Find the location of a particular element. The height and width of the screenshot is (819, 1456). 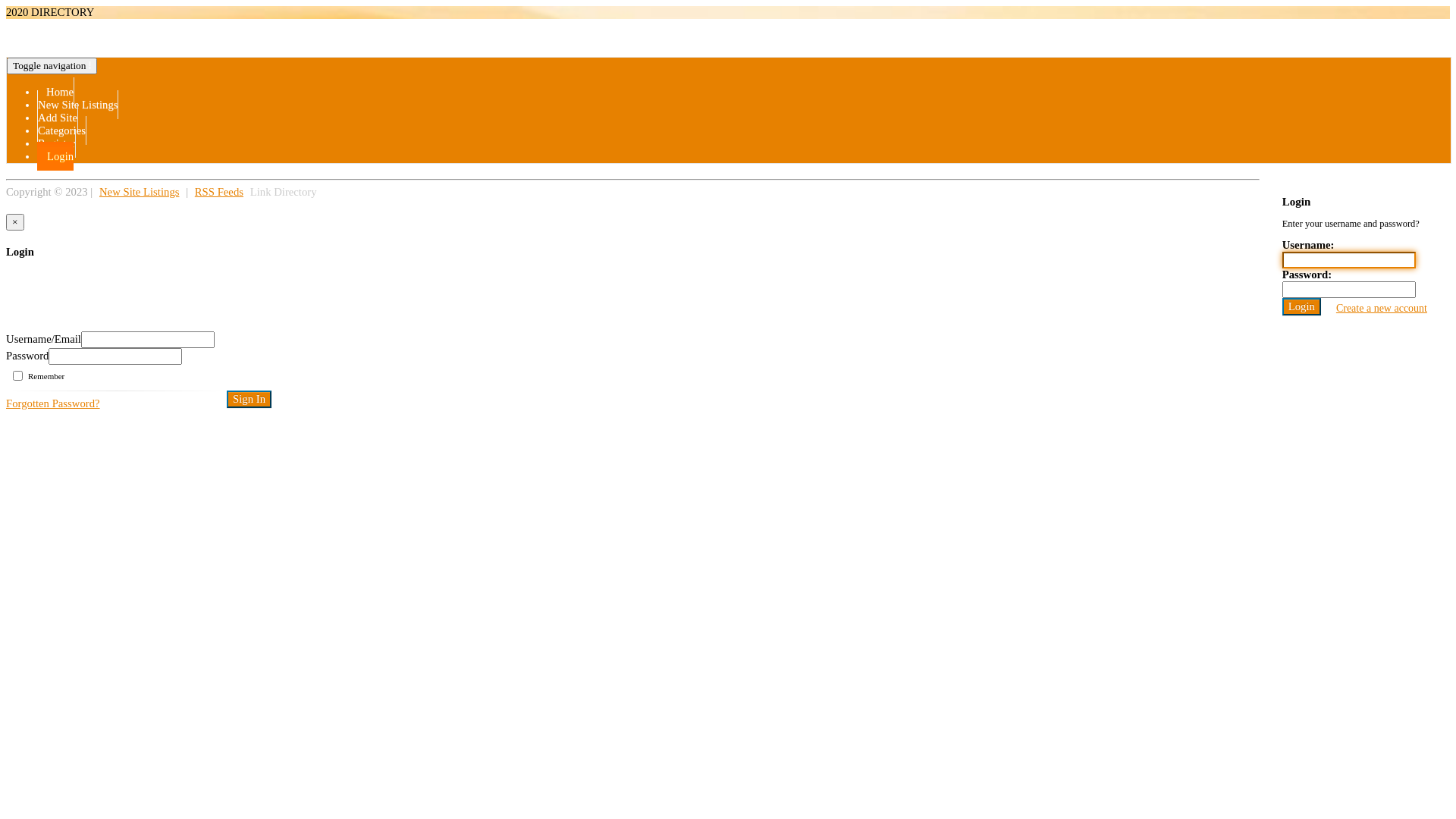

'password' is located at coordinates (115, 356).